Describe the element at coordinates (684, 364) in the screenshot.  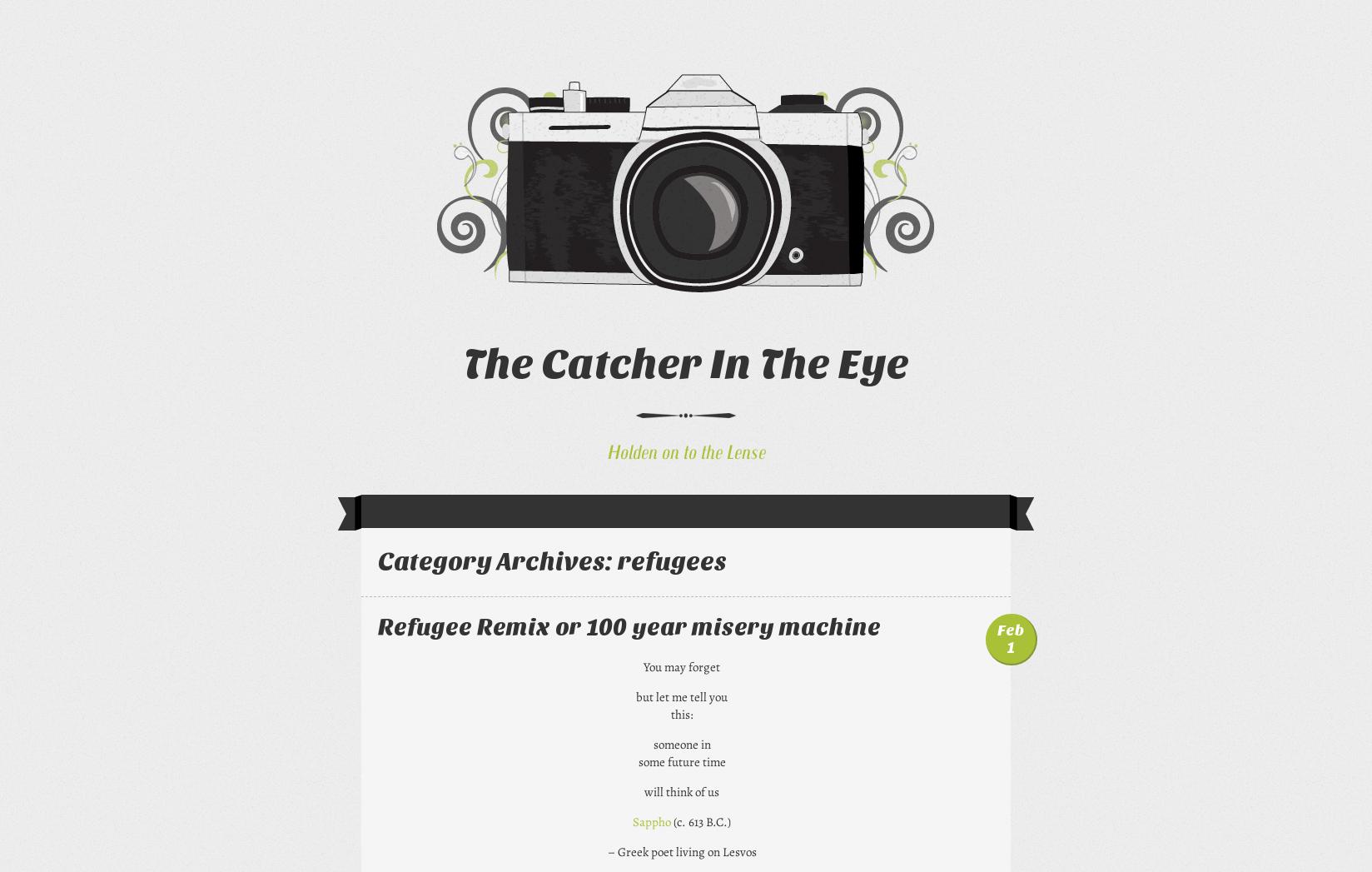
I see `'The Catcher In The Eye'` at that location.